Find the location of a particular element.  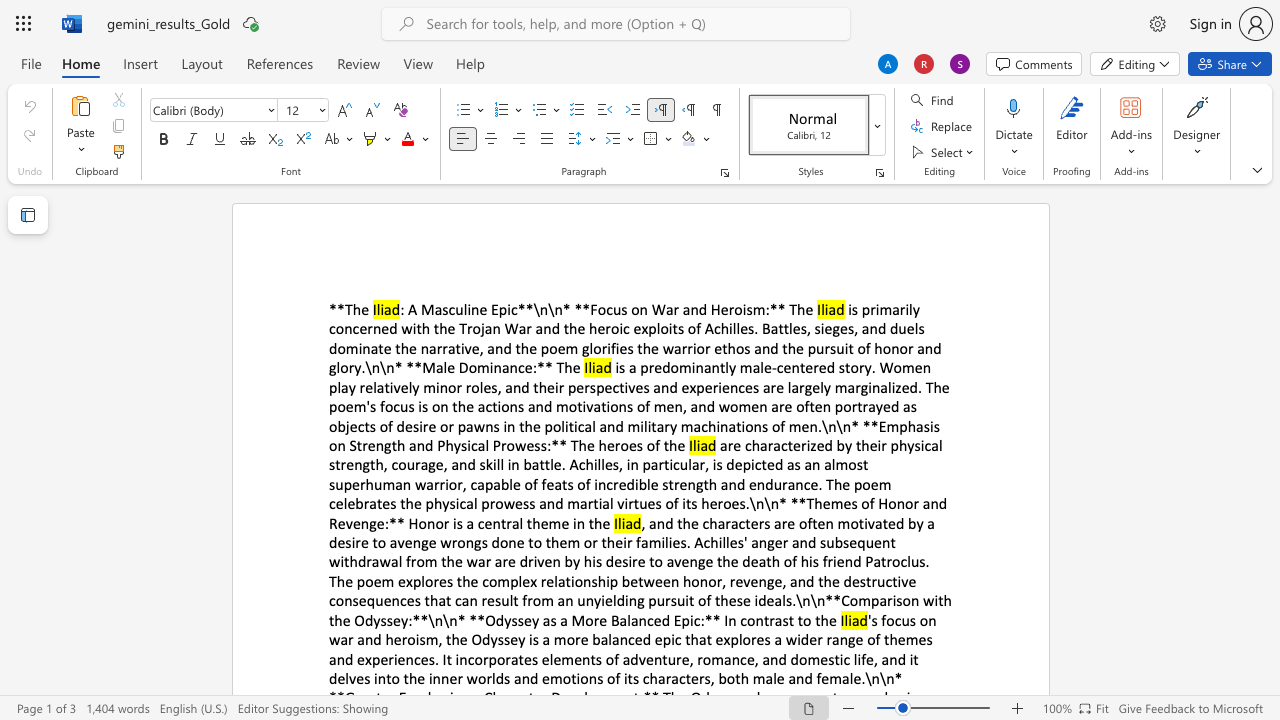

the 22th character "e" in the text is located at coordinates (528, 367).